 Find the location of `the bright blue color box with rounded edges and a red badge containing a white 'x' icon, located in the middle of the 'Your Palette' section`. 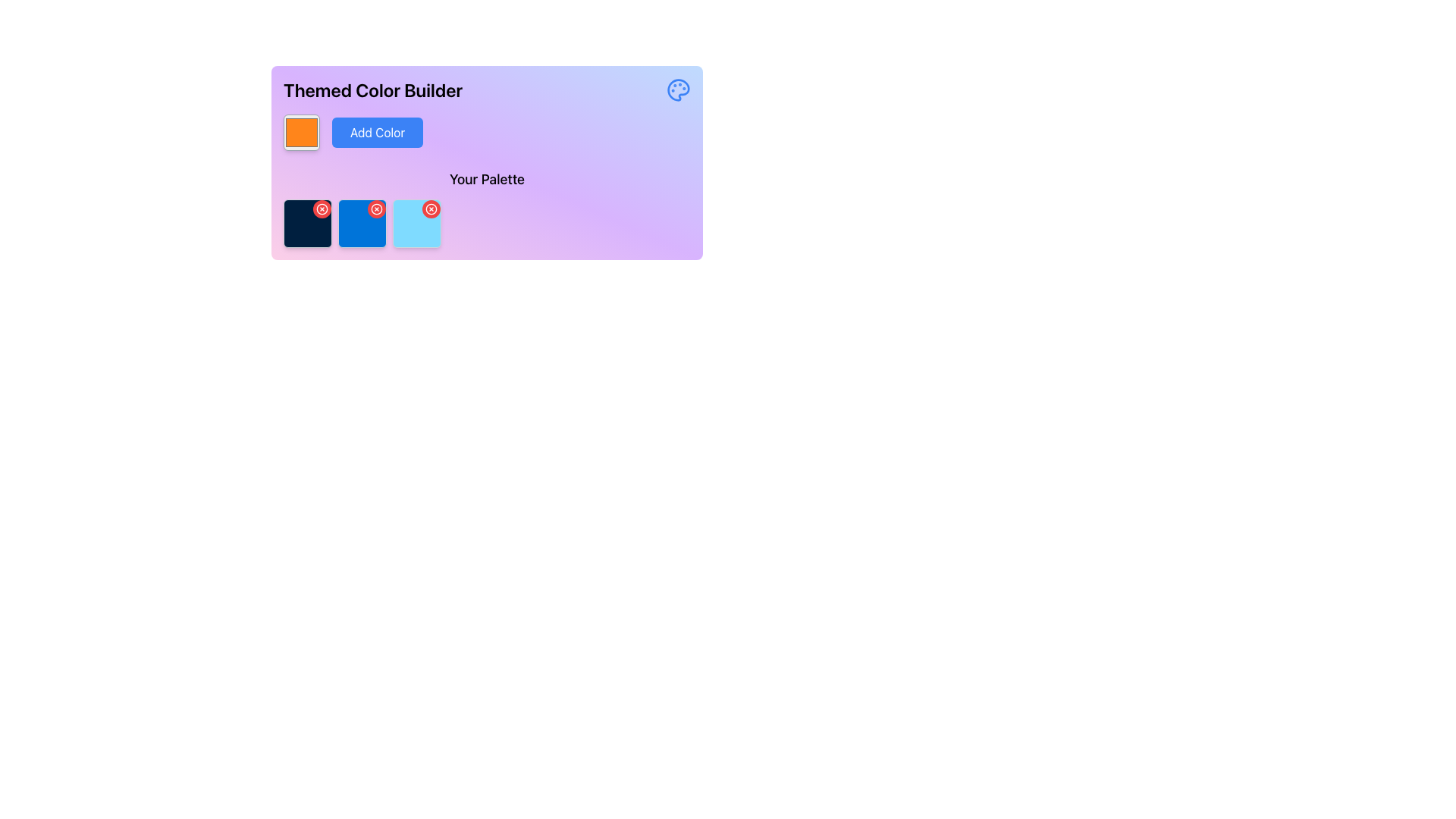

the bright blue color box with rounded edges and a red badge containing a white 'x' icon, located in the middle of the 'Your Palette' section is located at coordinates (362, 223).